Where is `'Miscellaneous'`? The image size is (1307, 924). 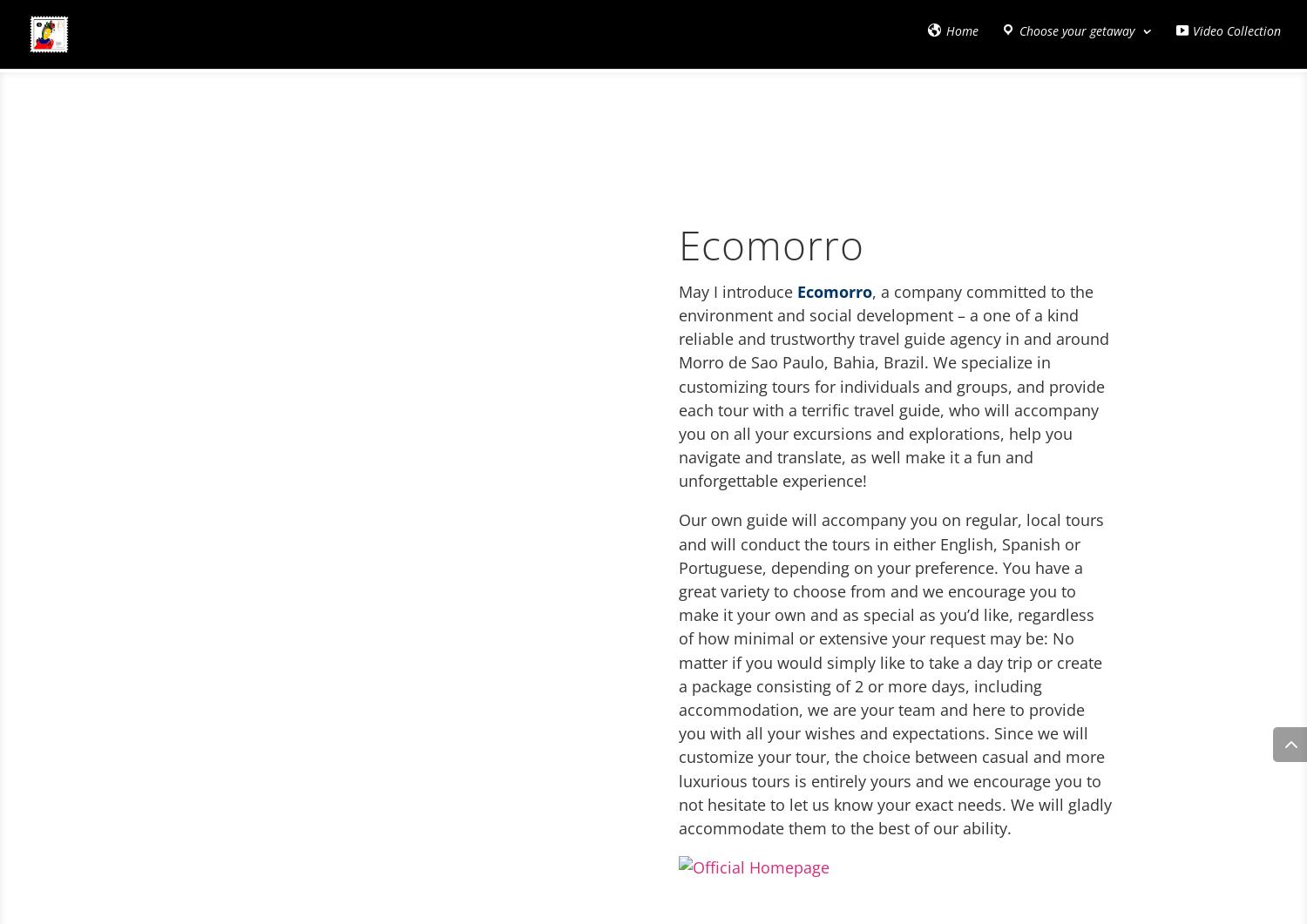 'Miscellaneous' is located at coordinates (423, 113).